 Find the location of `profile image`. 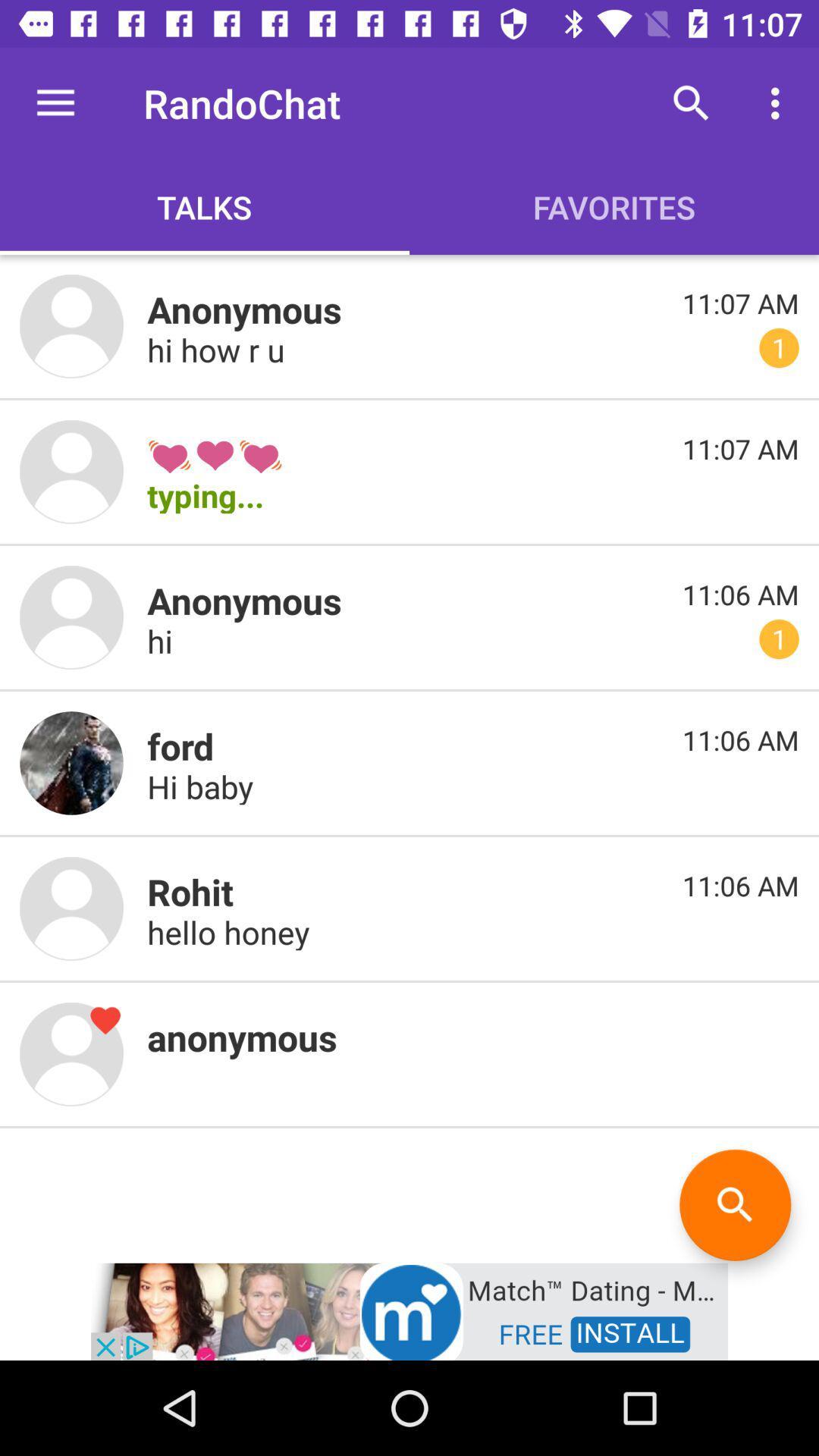

profile image is located at coordinates (71, 1053).